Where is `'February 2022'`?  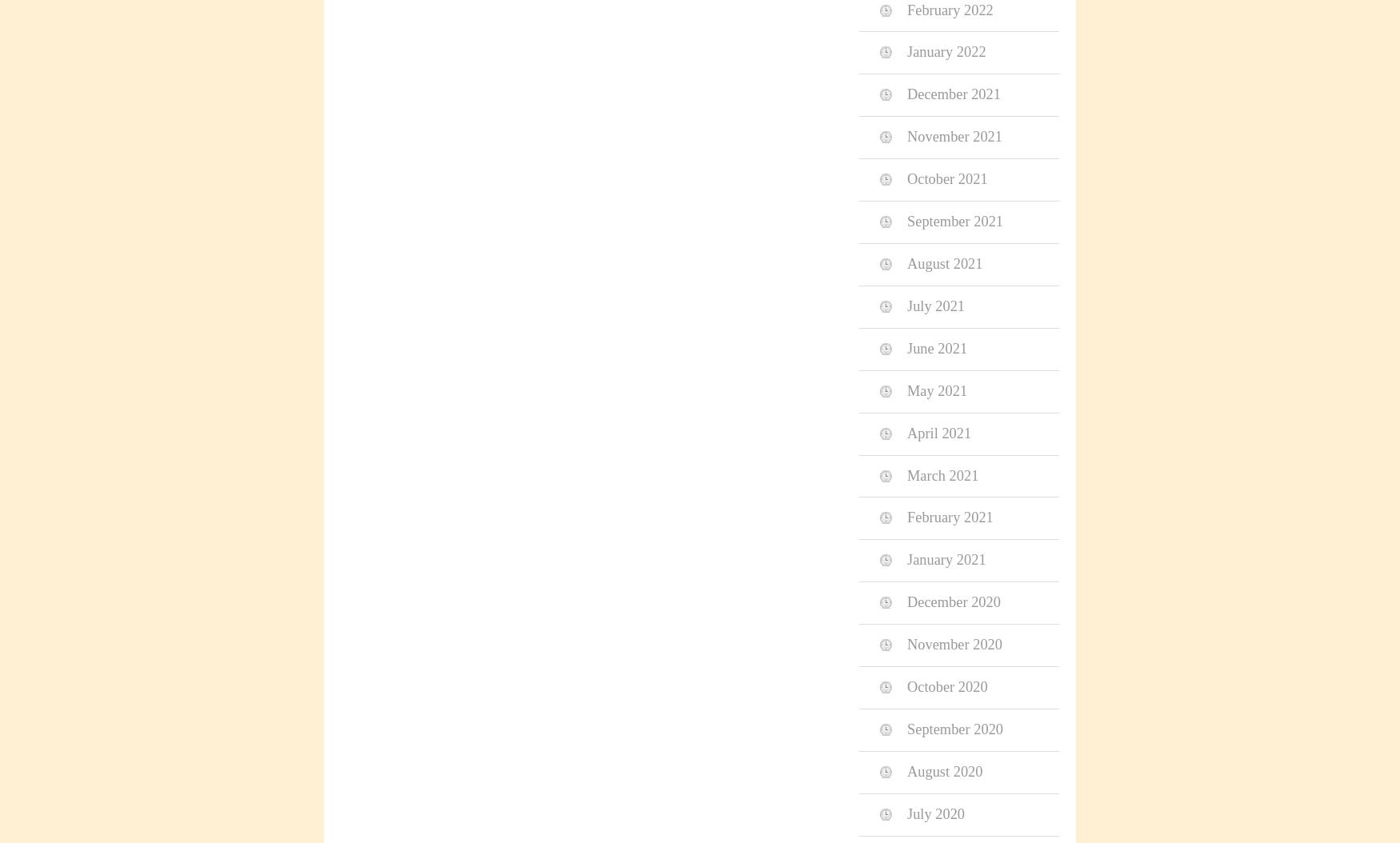
'February 2022' is located at coordinates (949, 10).